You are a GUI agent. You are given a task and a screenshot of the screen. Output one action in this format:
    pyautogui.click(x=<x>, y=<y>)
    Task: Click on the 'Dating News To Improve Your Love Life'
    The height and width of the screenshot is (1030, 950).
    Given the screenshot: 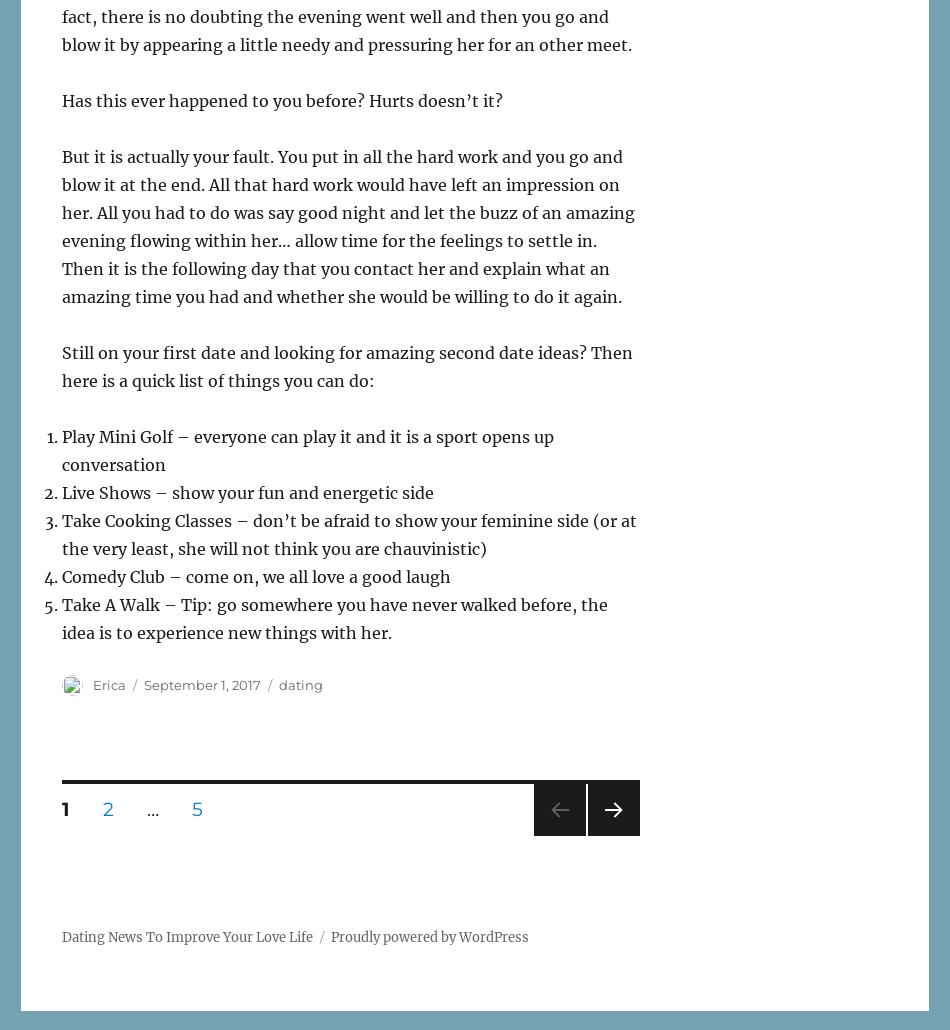 What is the action you would take?
    pyautogui.click(x=62, y=937)
    